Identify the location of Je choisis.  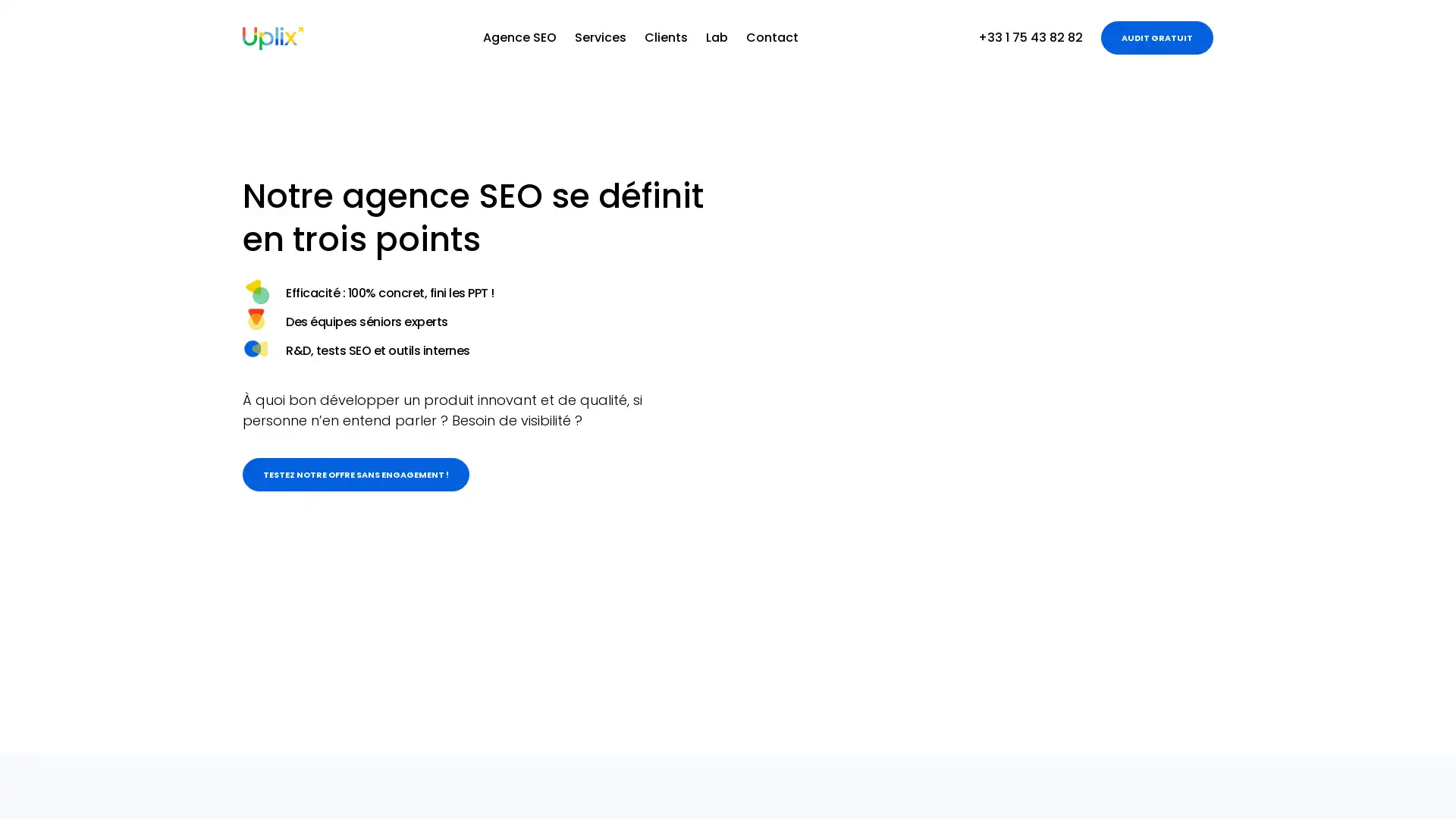
(1280, 742).